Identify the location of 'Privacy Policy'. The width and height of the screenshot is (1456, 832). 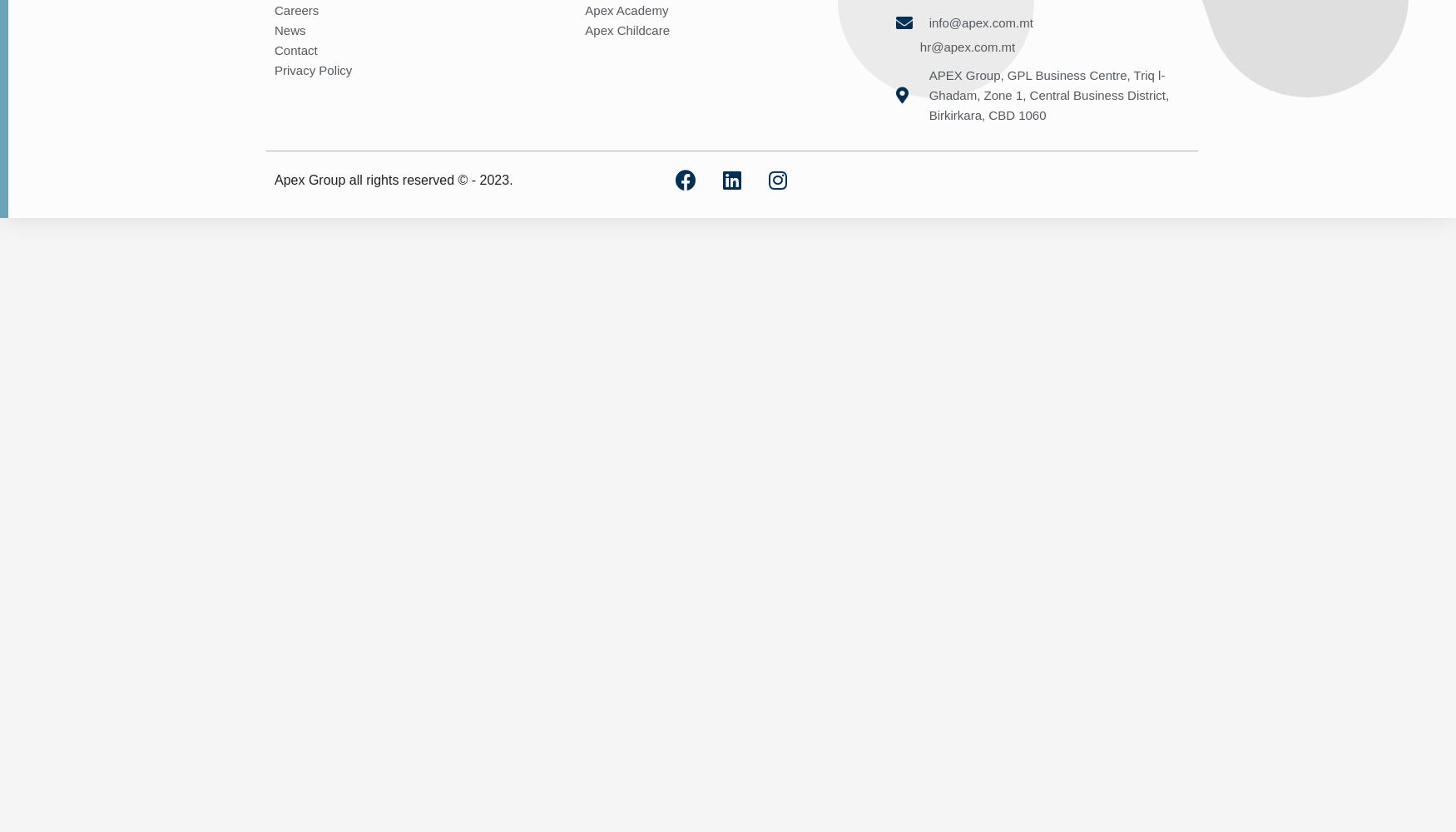
(312, 68).